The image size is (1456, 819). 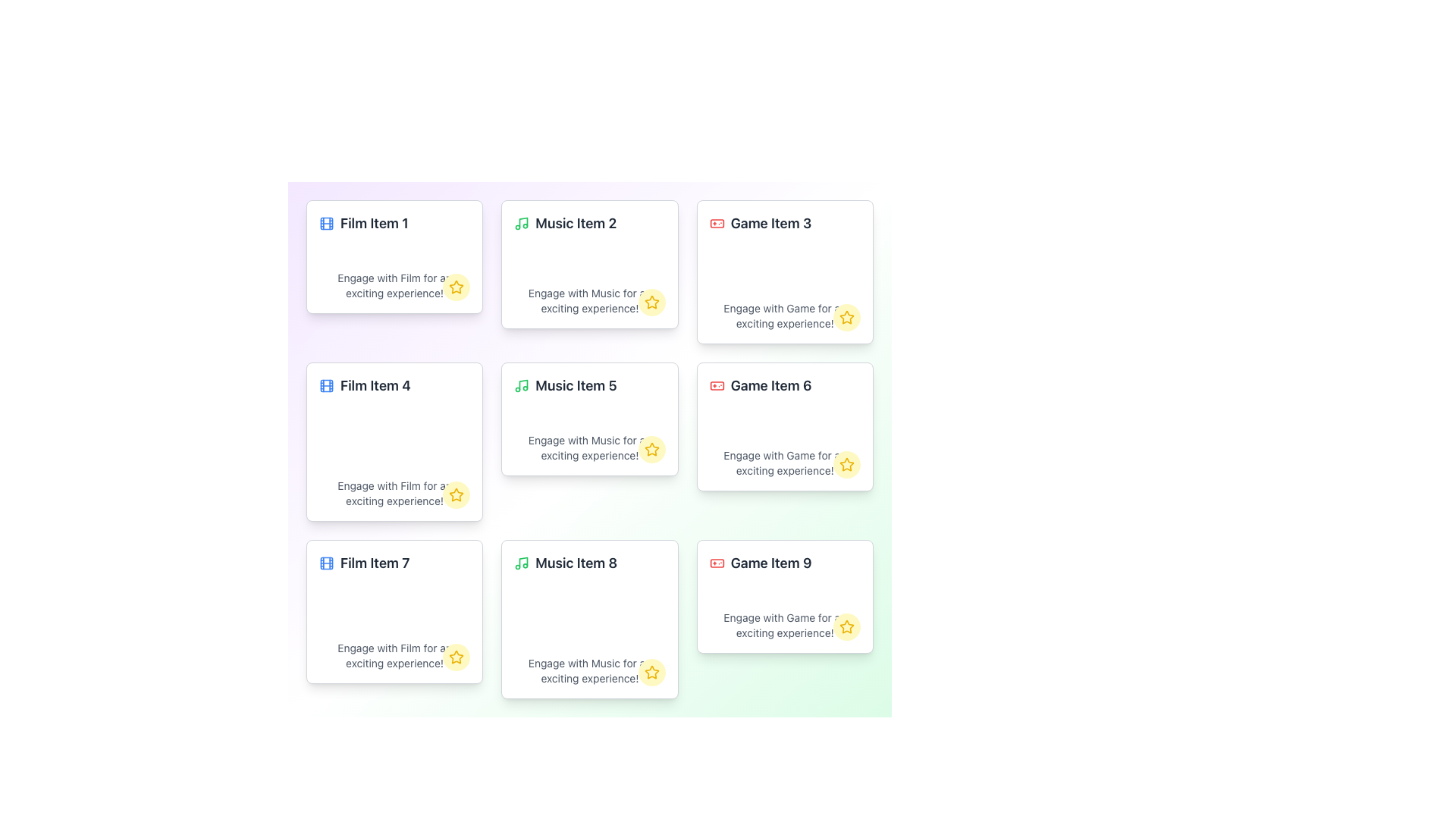 I want to click on the star button located in the bottom-right corner of the card labeled 'Game Item 9', so click(x=846, y=626).